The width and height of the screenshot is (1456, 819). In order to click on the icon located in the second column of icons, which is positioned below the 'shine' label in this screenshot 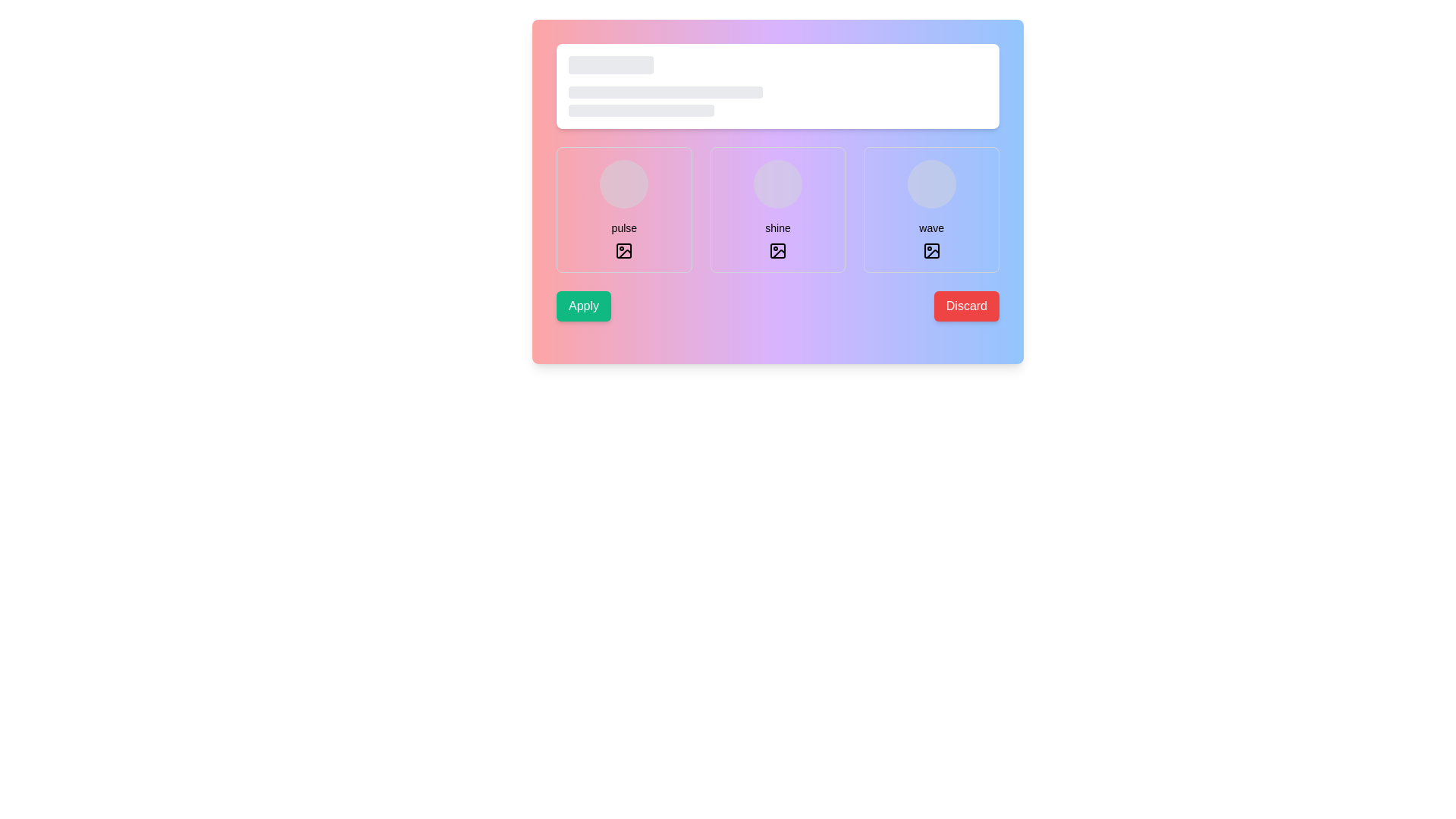, I will do `click(779, 253)`.